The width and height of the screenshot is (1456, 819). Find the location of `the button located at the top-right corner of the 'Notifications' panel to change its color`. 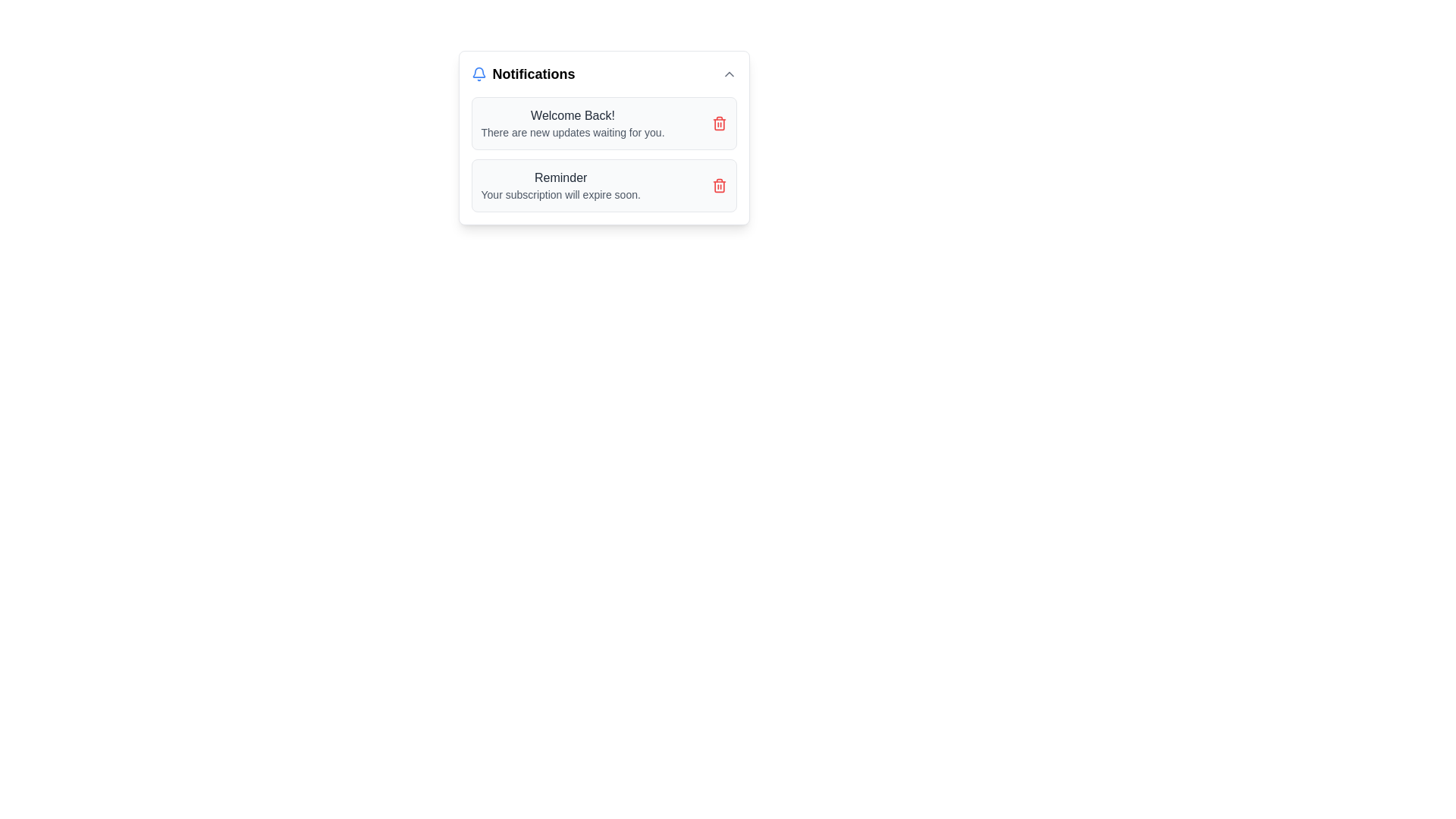

the button located at the top-right corner of the 'Notifications' panel to change its color is located at coordinates (729, 74).